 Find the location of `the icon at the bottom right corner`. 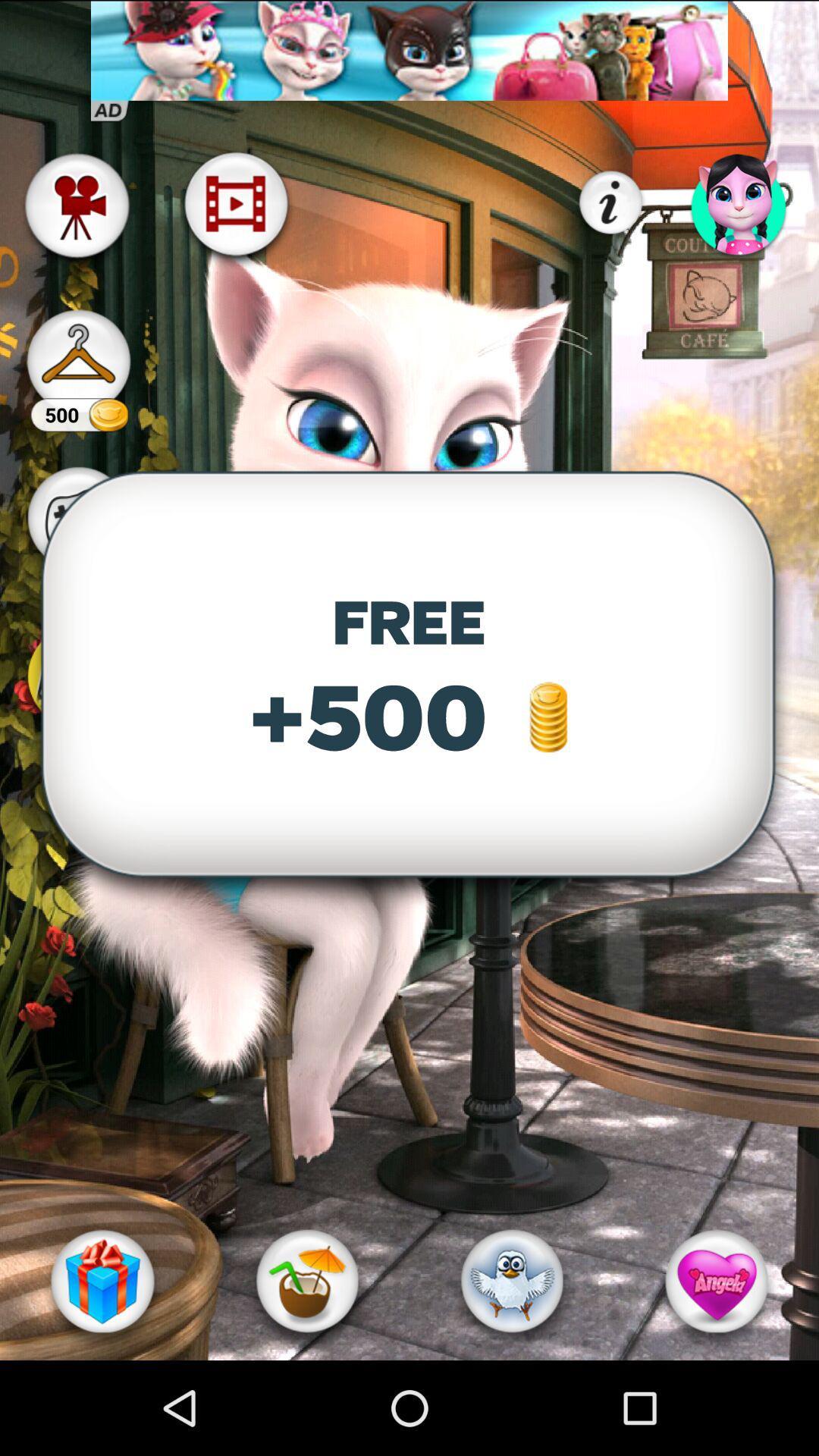

the icon at the bottom right corner is located at coordinates (717, 1280).